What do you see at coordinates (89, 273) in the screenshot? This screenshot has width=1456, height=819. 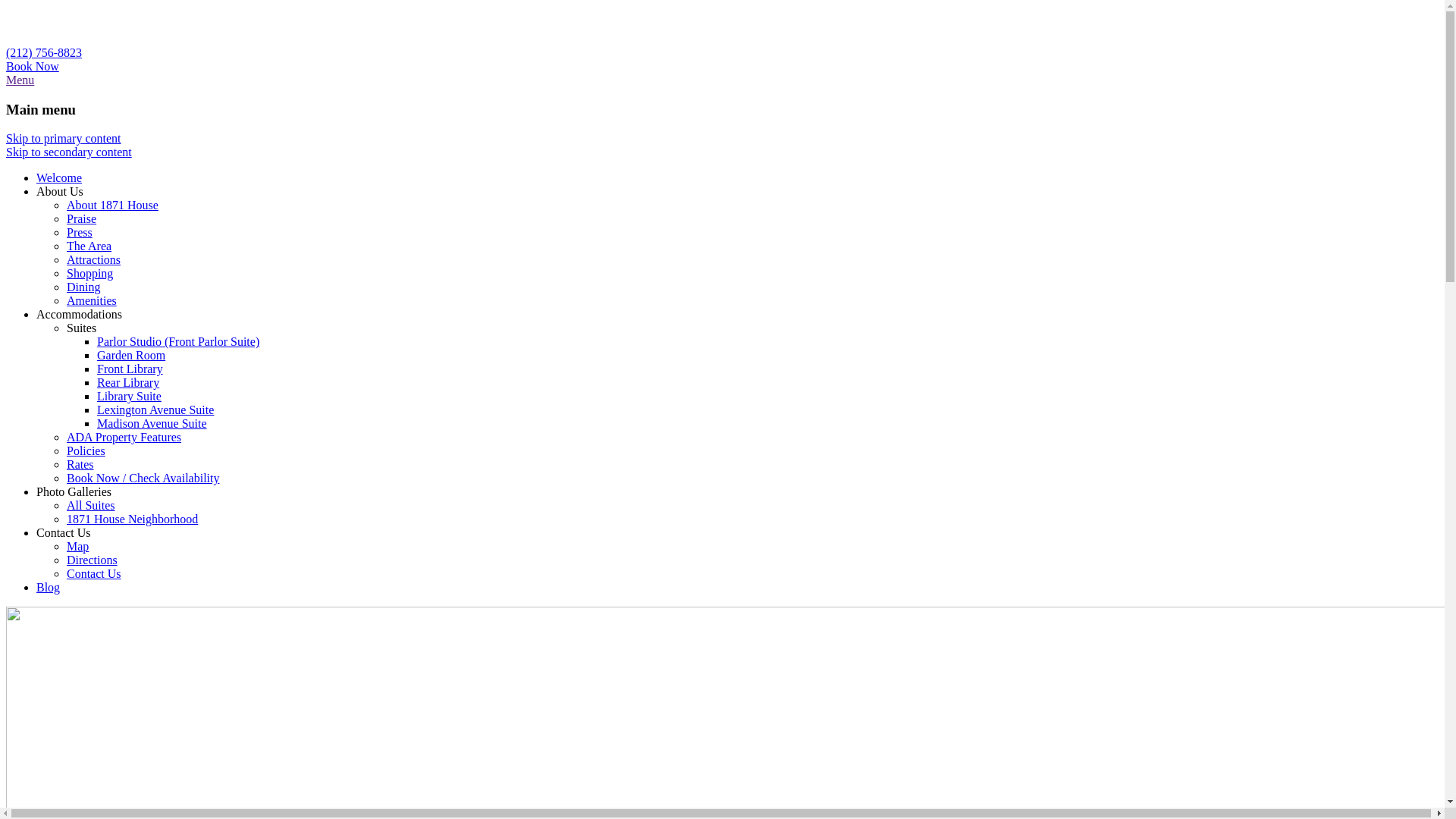 I see `'Shopping'` at bounding box center [89, 273].